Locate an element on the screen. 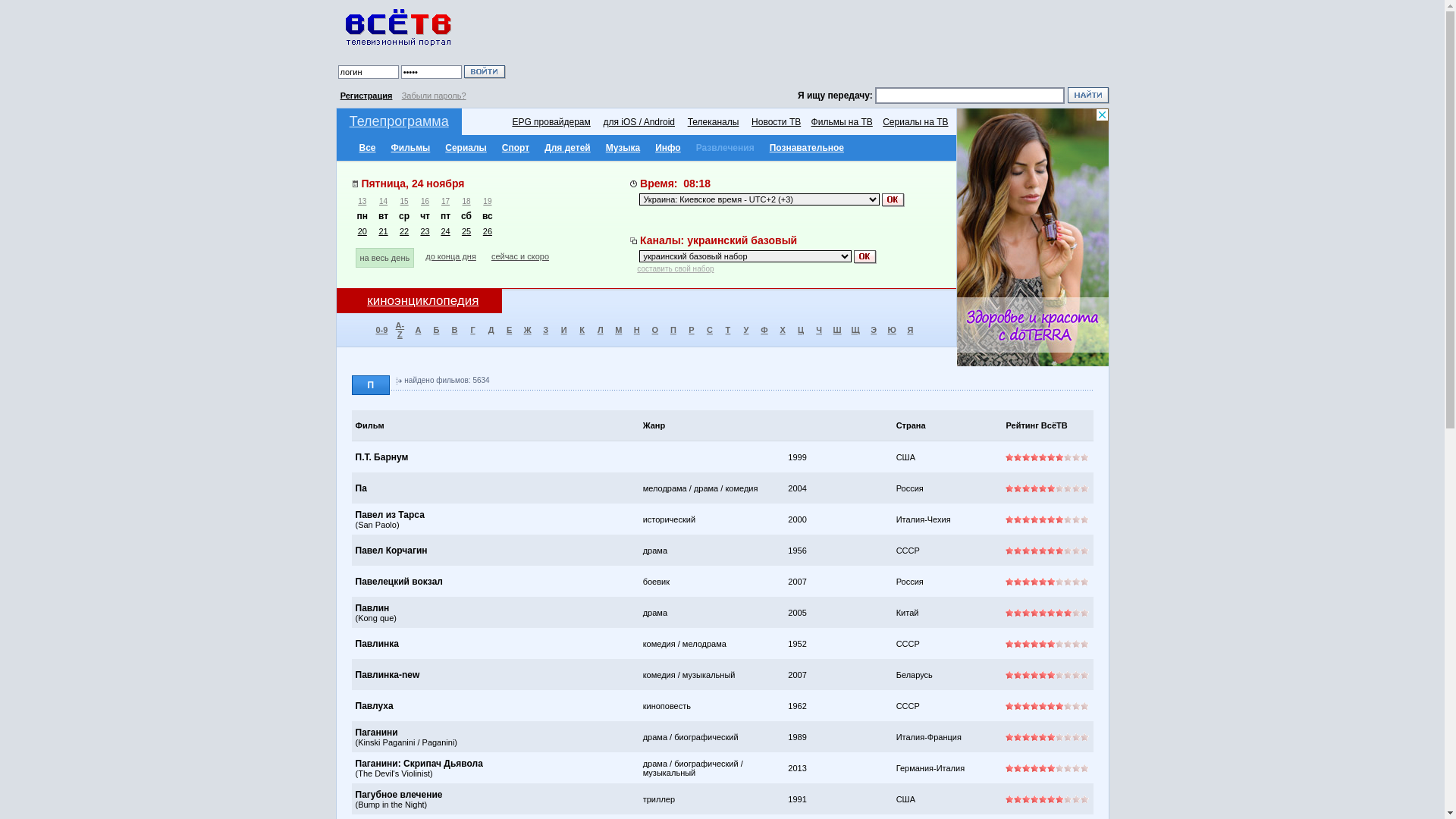 Image resolution: width=1456 pixels, height=819 pixels. '16' is located at coordinates (425, 200).